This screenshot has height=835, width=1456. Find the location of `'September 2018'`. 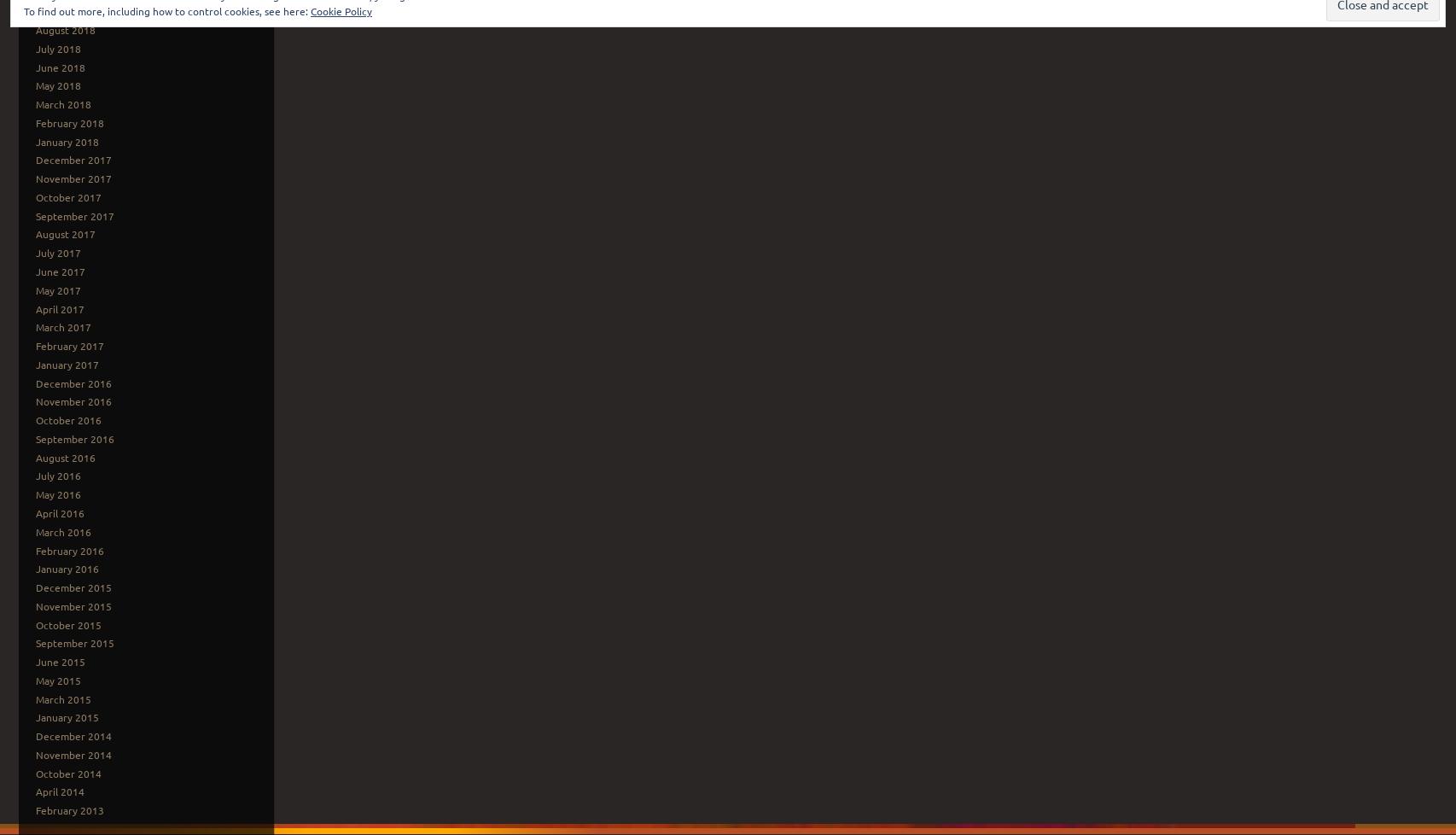

'September 2018' is located at coordinates (74, 11).